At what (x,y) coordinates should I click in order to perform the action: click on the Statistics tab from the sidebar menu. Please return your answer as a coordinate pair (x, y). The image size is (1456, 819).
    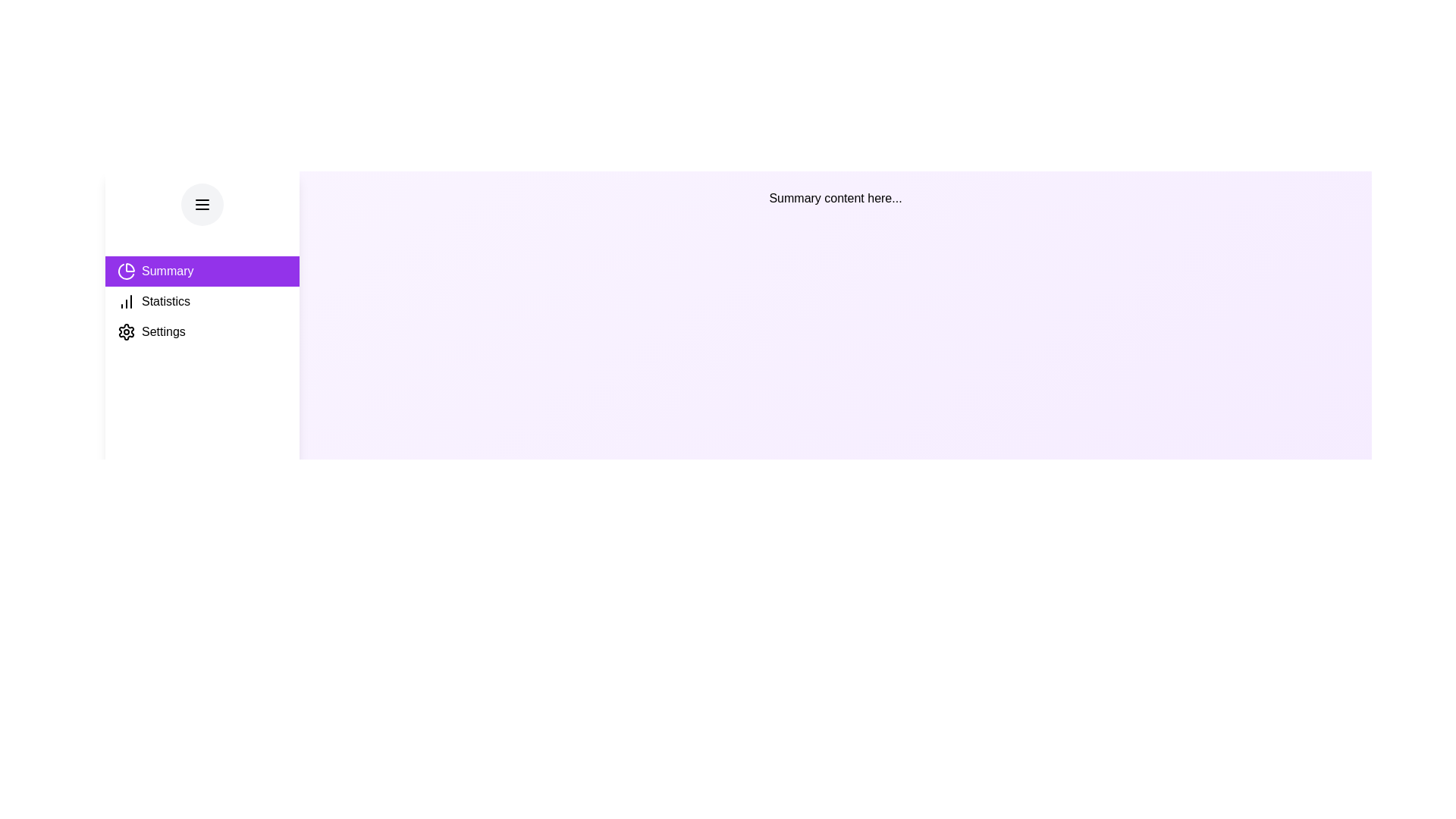
    Looking at the image, I should click on (202, 301).